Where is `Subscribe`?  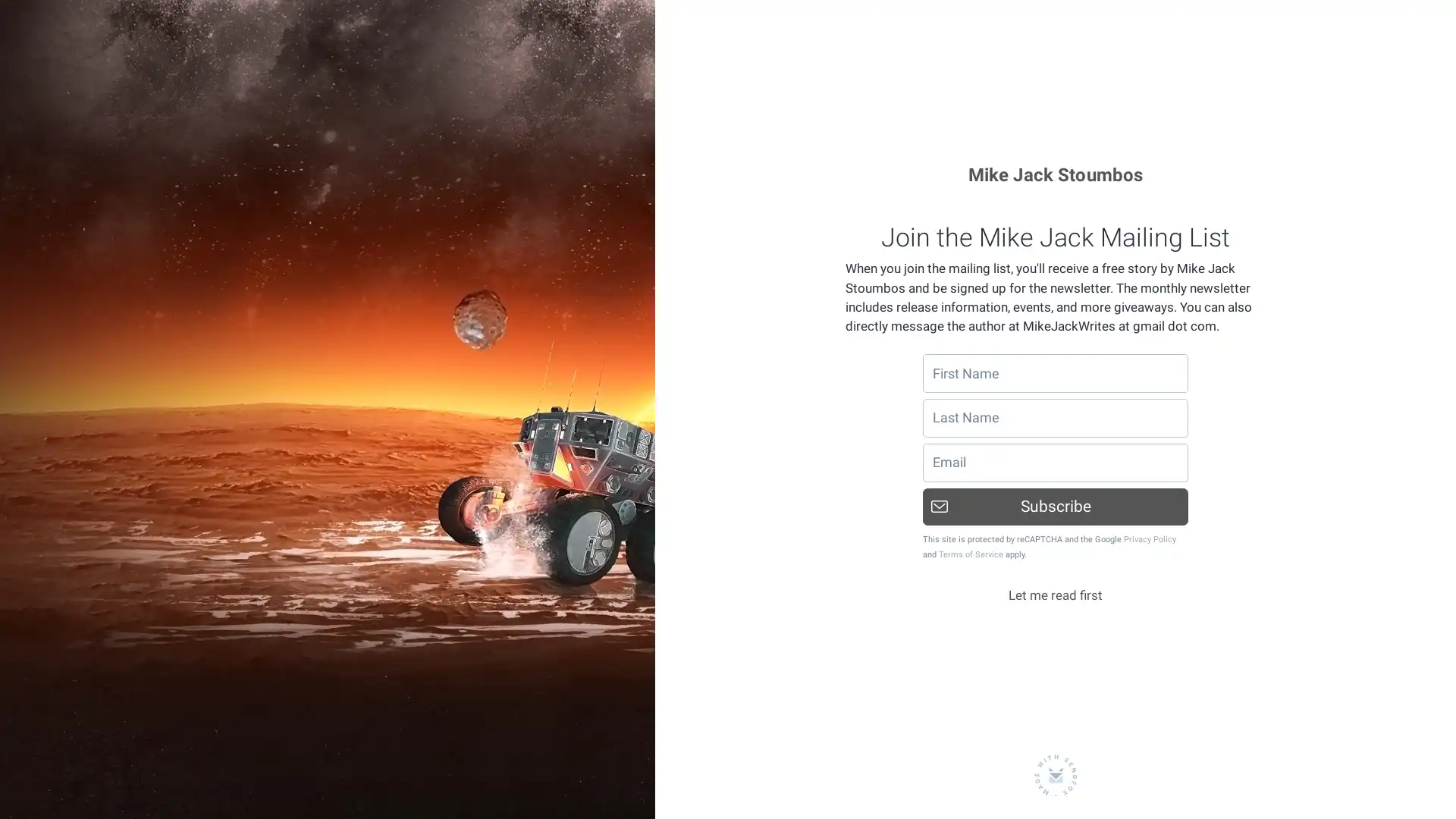 Subscribe is located at coordinates (1055, 506).